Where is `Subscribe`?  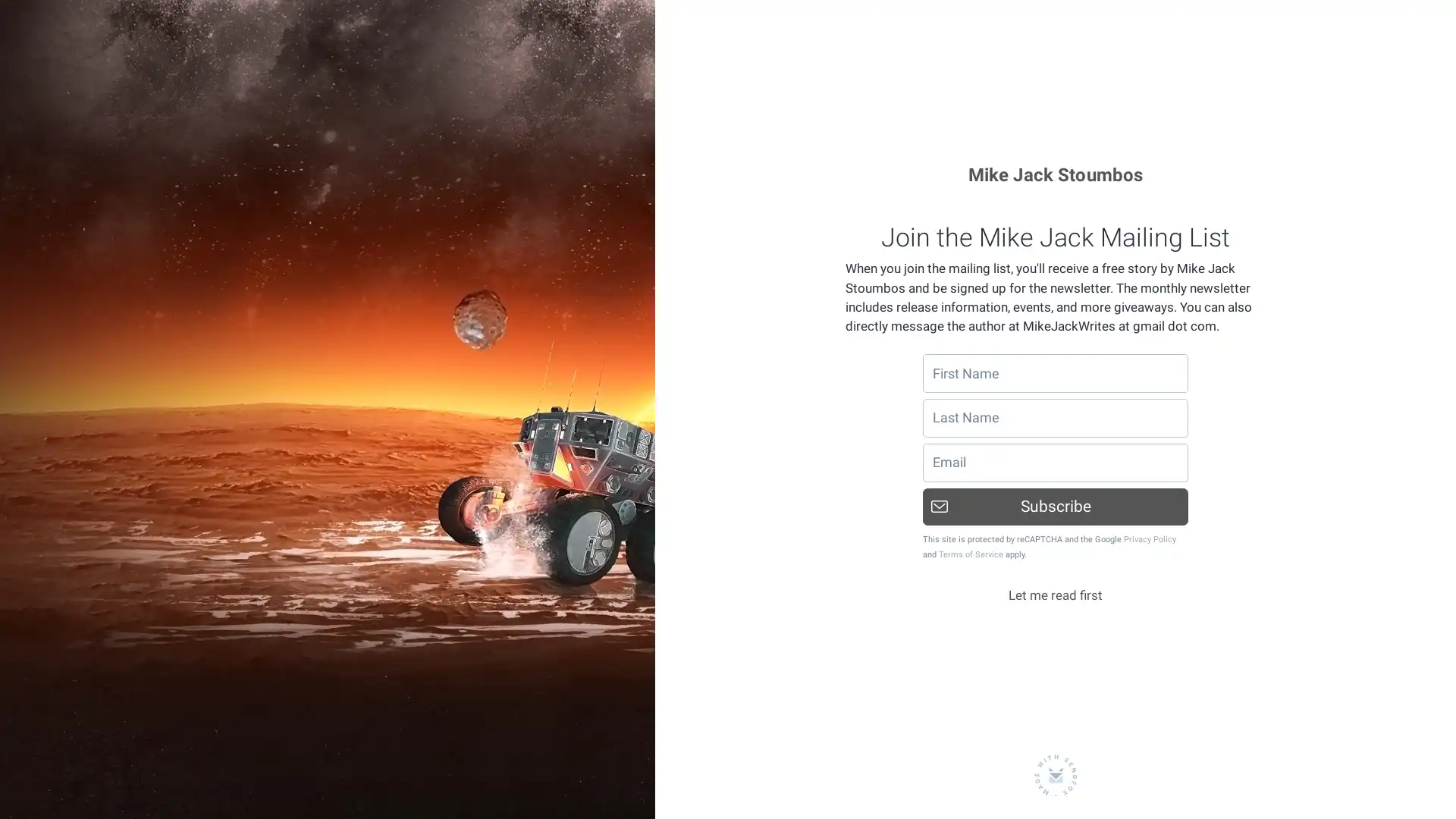 Subscribe is located at coordinates (1055, 506).